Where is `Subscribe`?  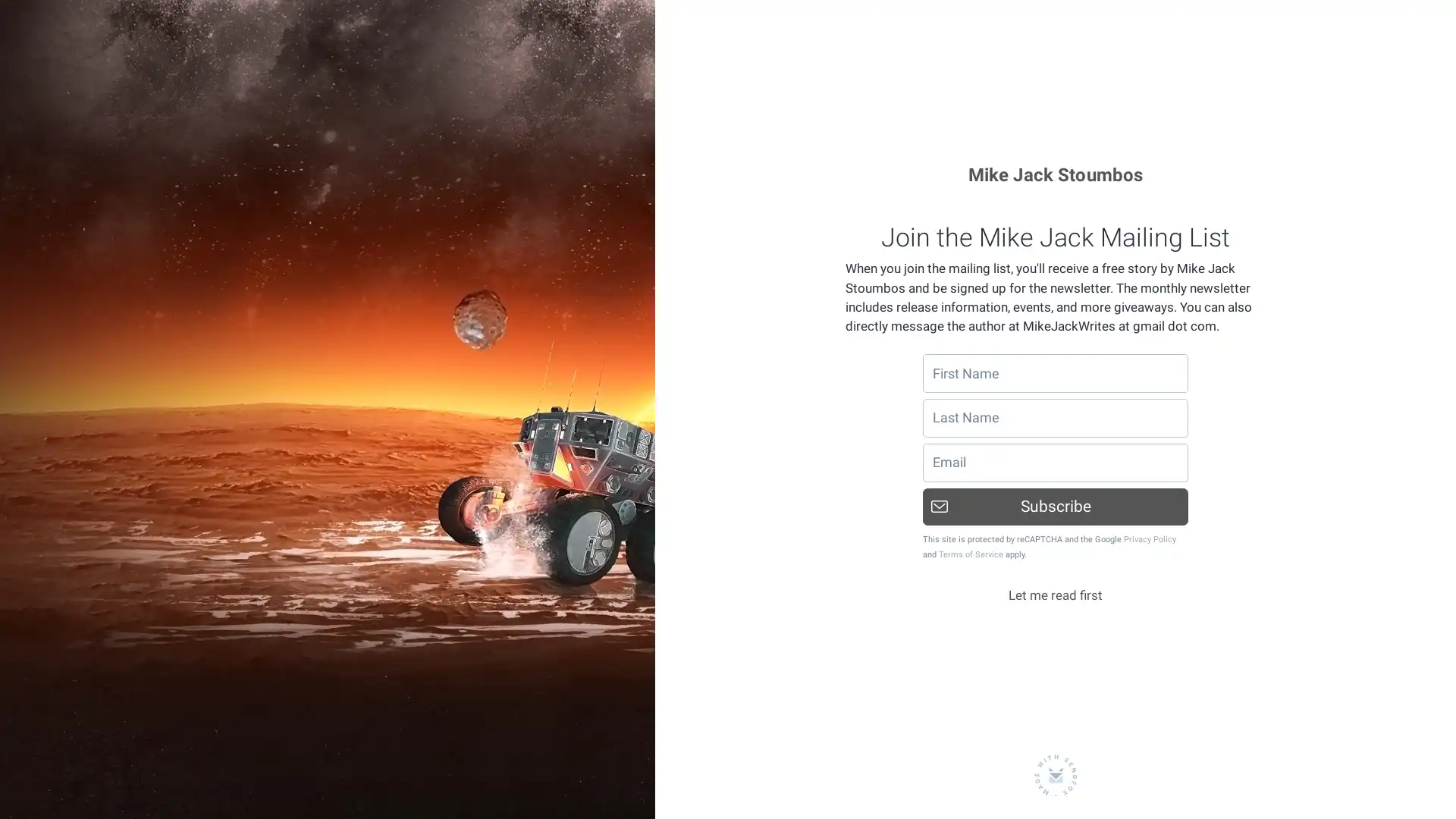 Subscribe is located at coordinates (1055, 506).